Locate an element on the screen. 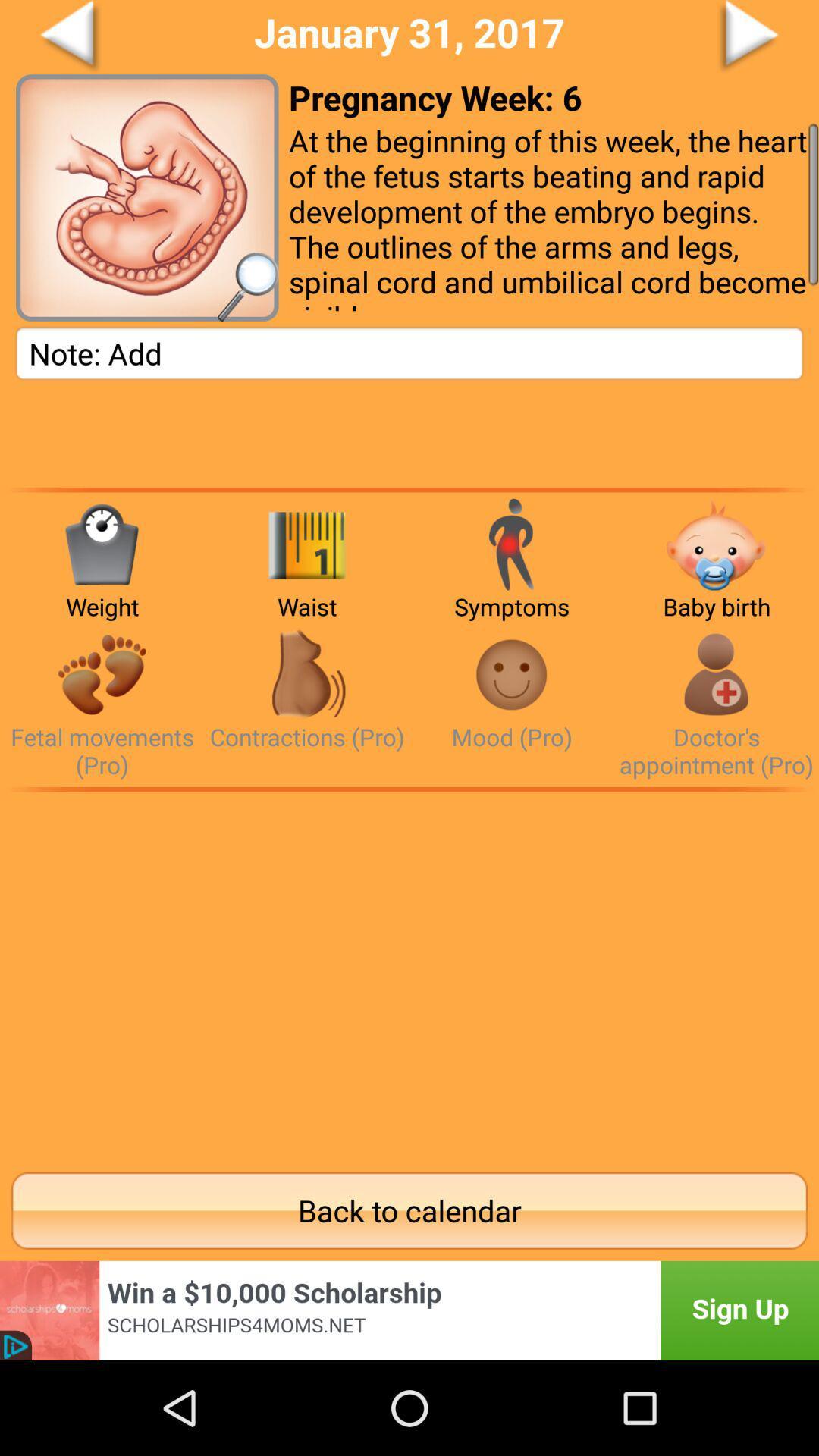 This screenshot has height=1456, width=819. back is located at coordinates (126, 37).